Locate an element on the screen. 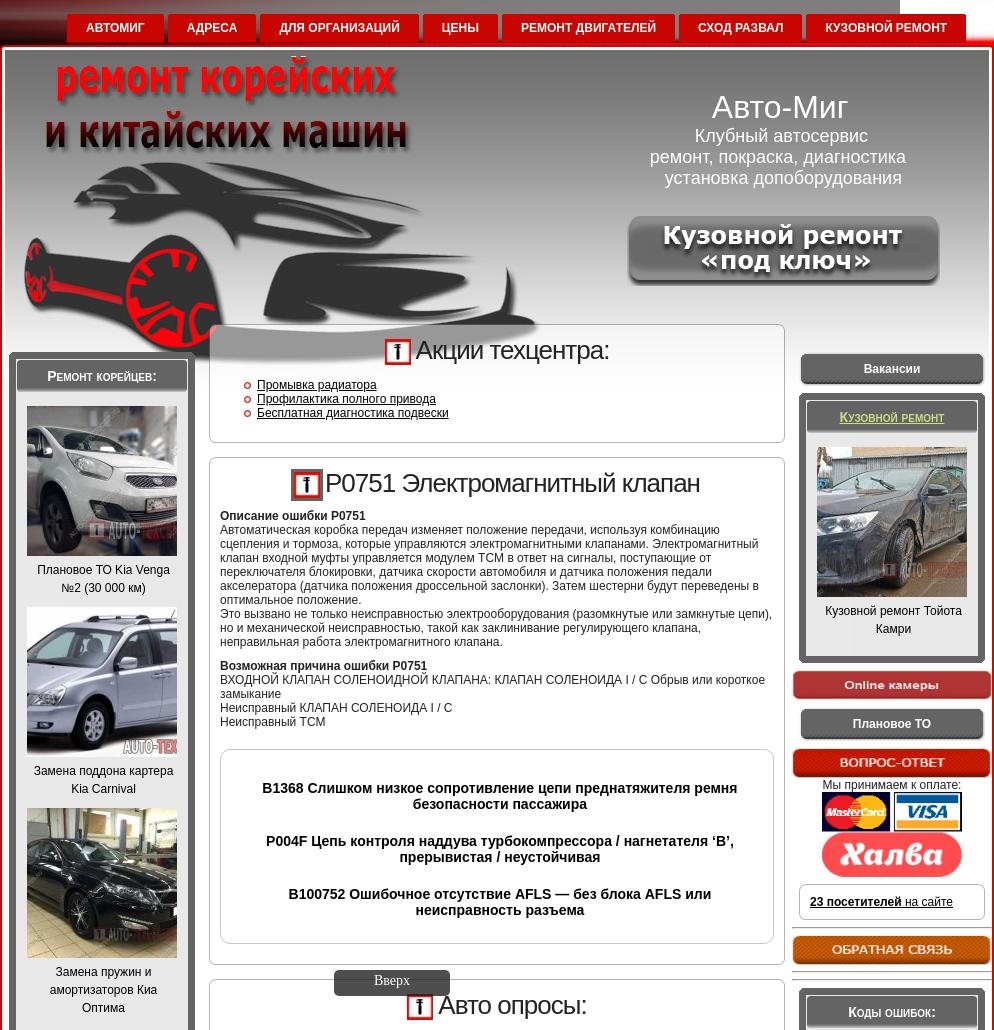  'Неисправный TCM' is located at coordinates (271, 722).